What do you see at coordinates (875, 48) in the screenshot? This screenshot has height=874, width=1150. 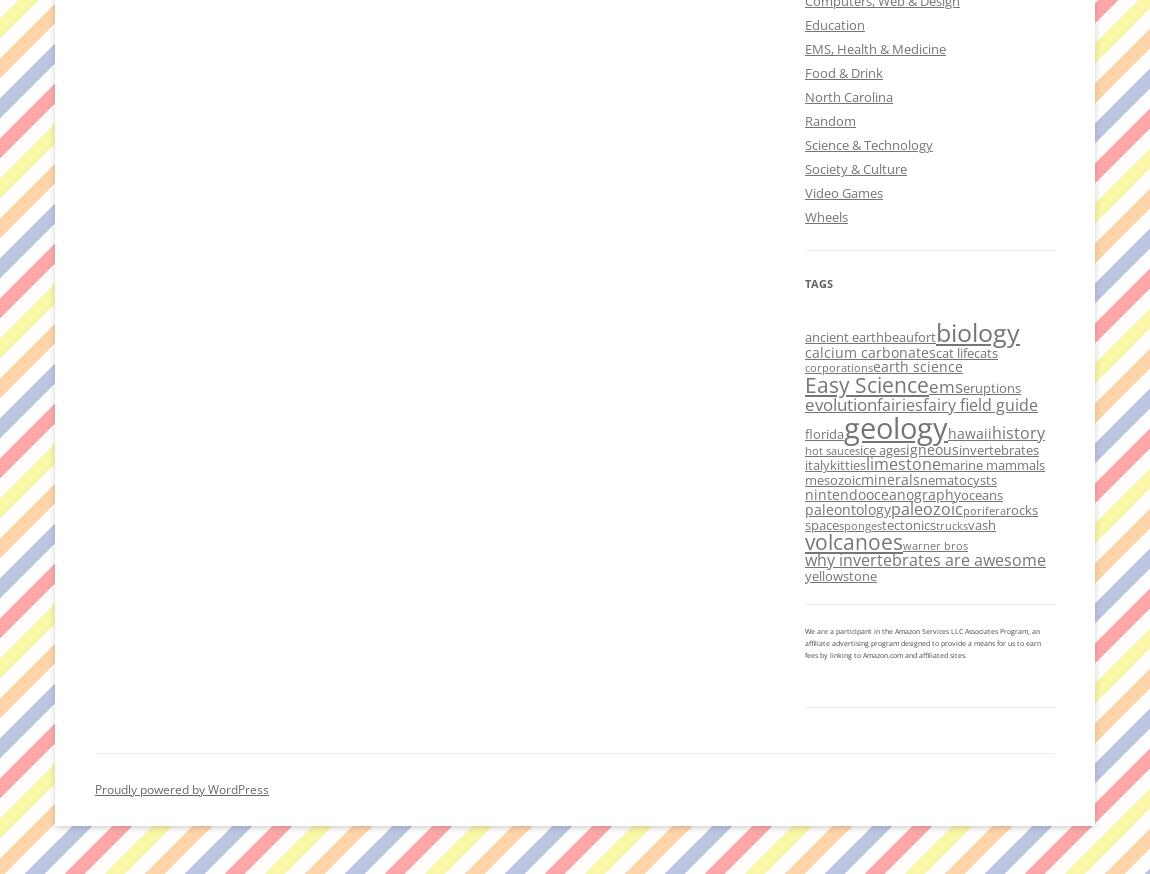 I see `'EMS, Health & Medicine'` at bounding box center [875, 48].